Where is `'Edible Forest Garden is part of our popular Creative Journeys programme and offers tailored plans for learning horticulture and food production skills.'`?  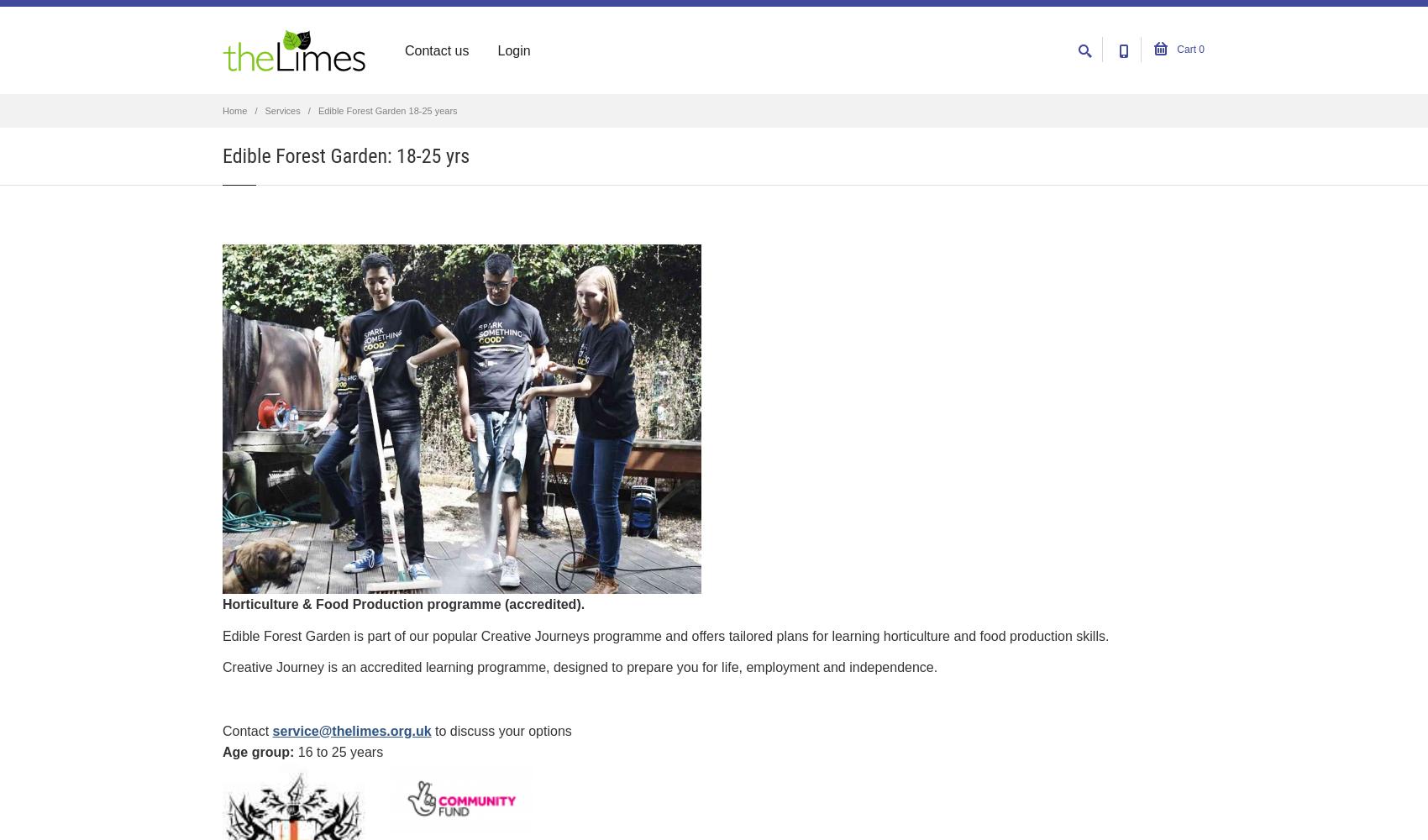
'Edible Forest Garden is part of our popular Creative Journeys programme and offers tailored plans for learning horticulture and food production skills.' is located at coordinates (664, 635).